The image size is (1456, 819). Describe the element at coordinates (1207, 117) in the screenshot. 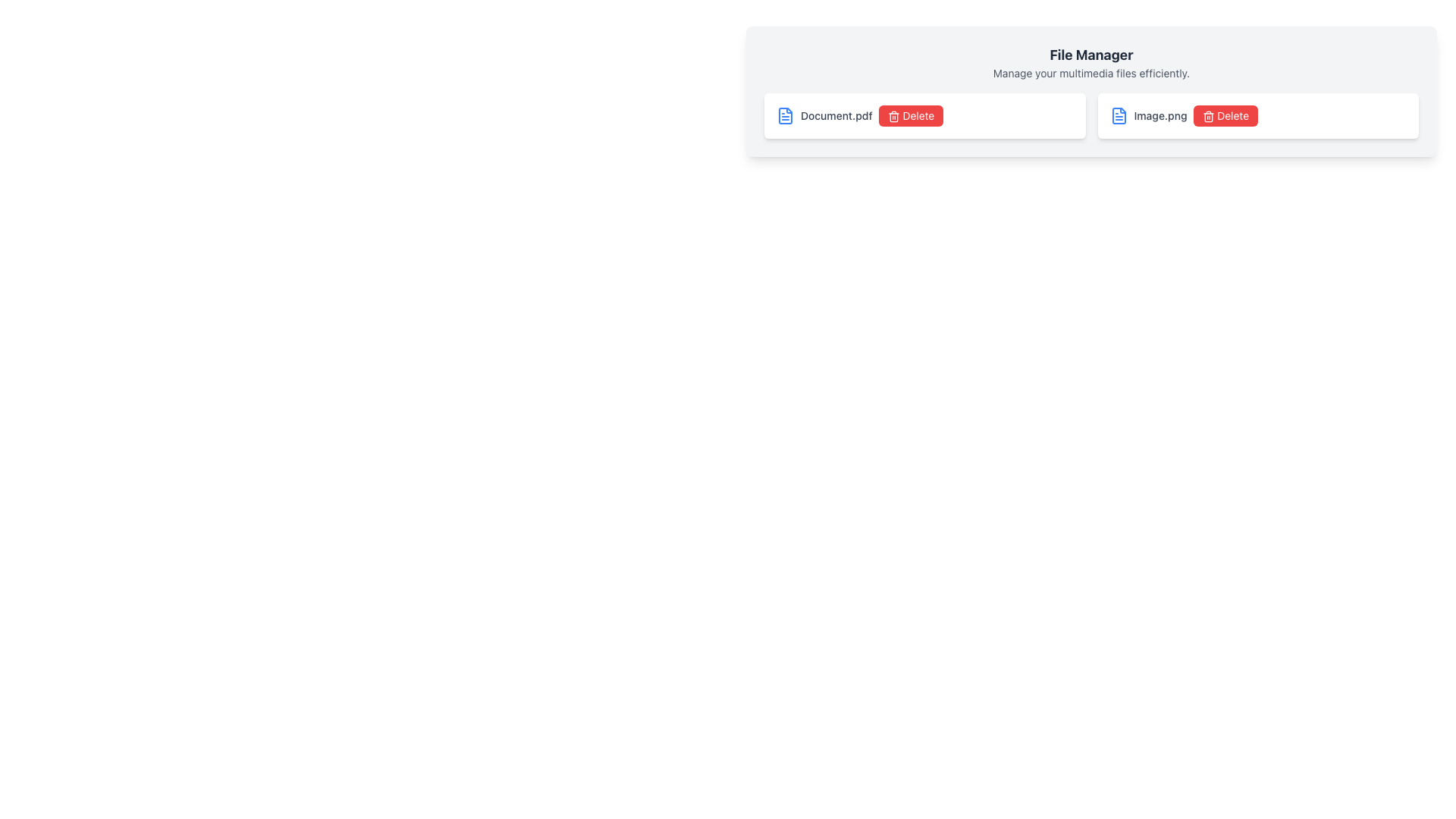

I see `the trash bin icon element, which signifies the delete action associated with the adjacent 'Delete' button in the File Manager interface` at that location.